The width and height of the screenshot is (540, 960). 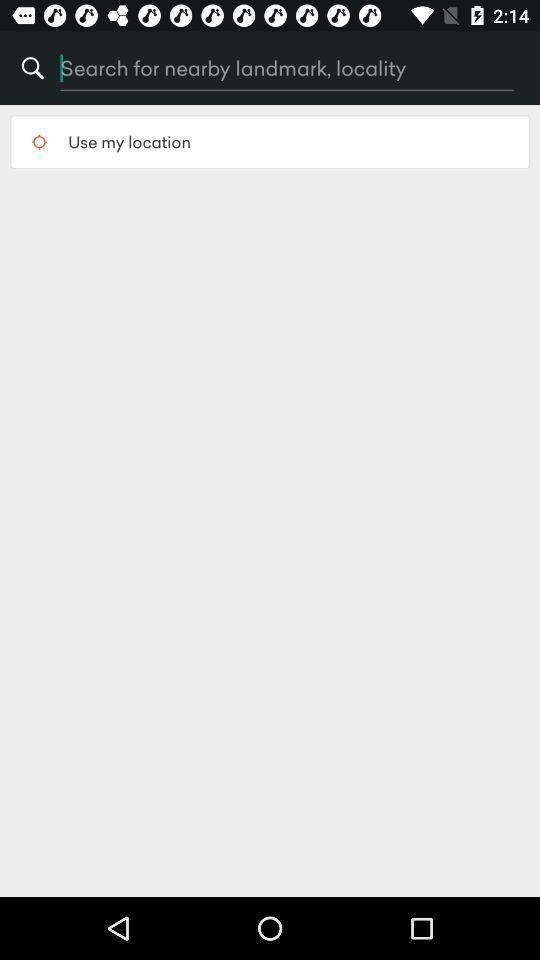 What do you see at coordinates (243, 68) in the screenshot?
I see `item above the use my location item` at bounding box center [243, 68].